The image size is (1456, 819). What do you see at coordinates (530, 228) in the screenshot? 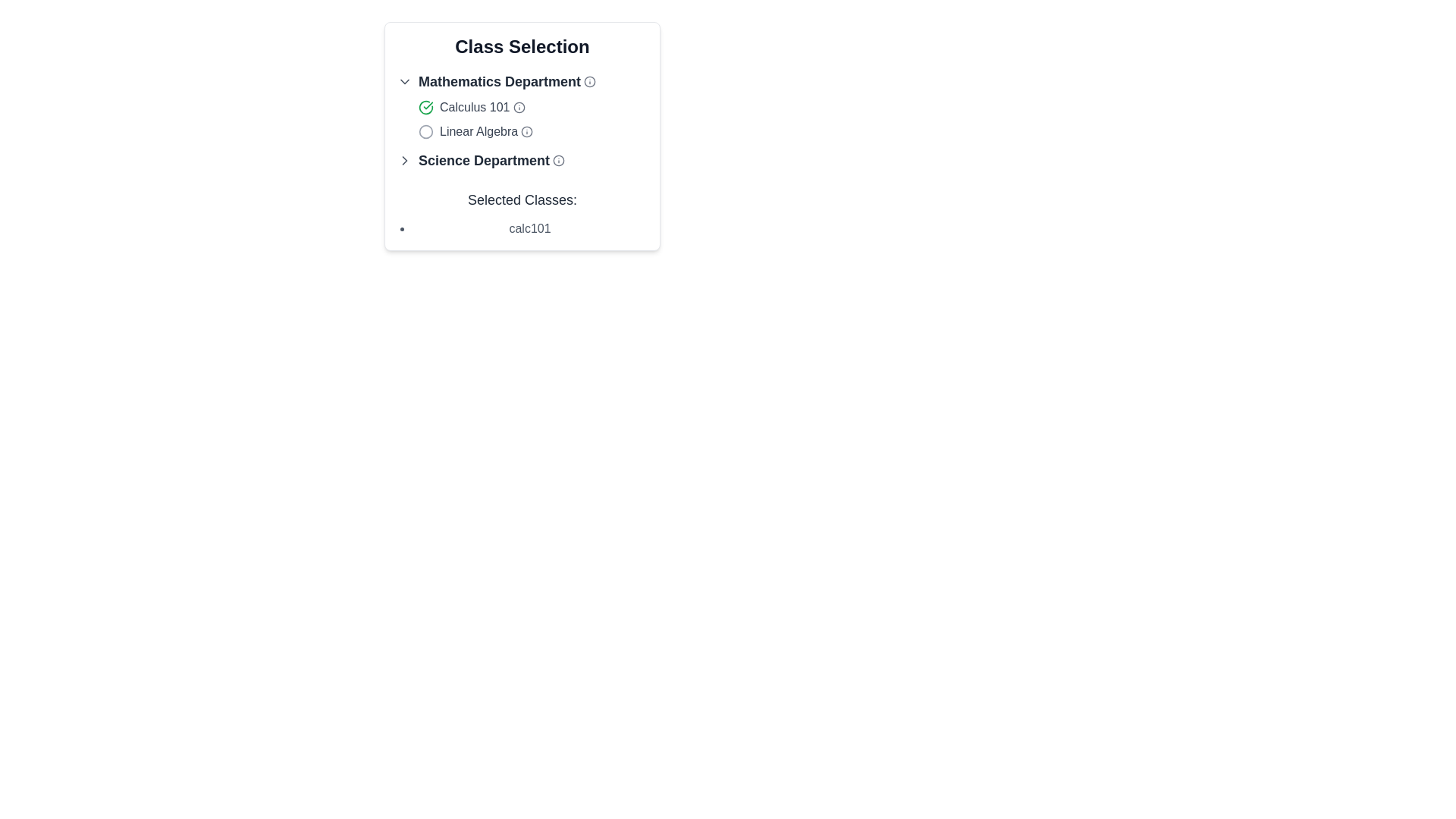
I see `the Text item displaying 'calc101' within the 'Selected Classes' subsection, indicating it has been selected from the available options` at bounding box center [530, 228].